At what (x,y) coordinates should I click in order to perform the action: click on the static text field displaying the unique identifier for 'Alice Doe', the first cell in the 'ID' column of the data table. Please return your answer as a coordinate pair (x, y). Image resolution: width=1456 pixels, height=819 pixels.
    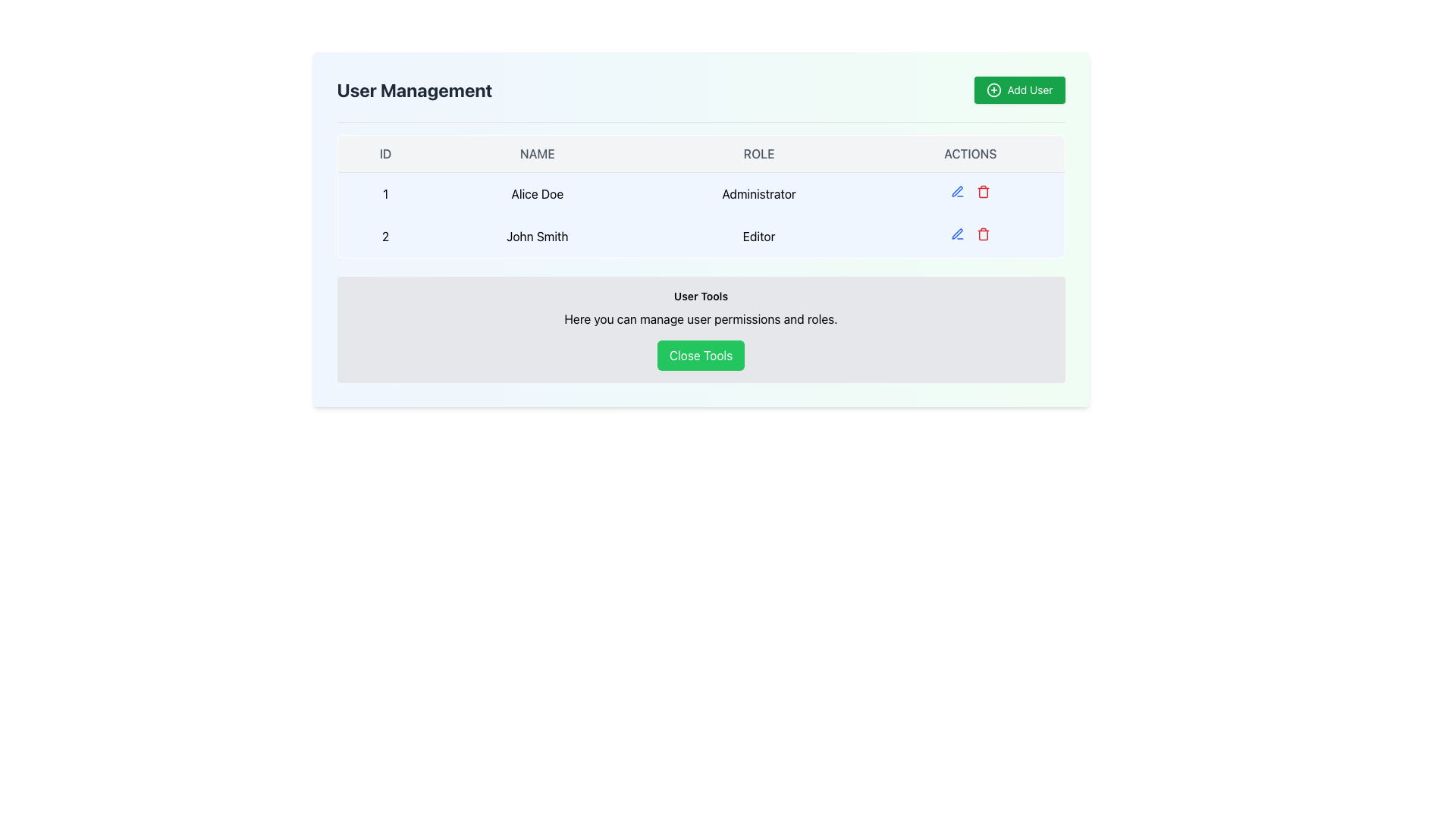
    Looking at the image, I should click on (385, 193).